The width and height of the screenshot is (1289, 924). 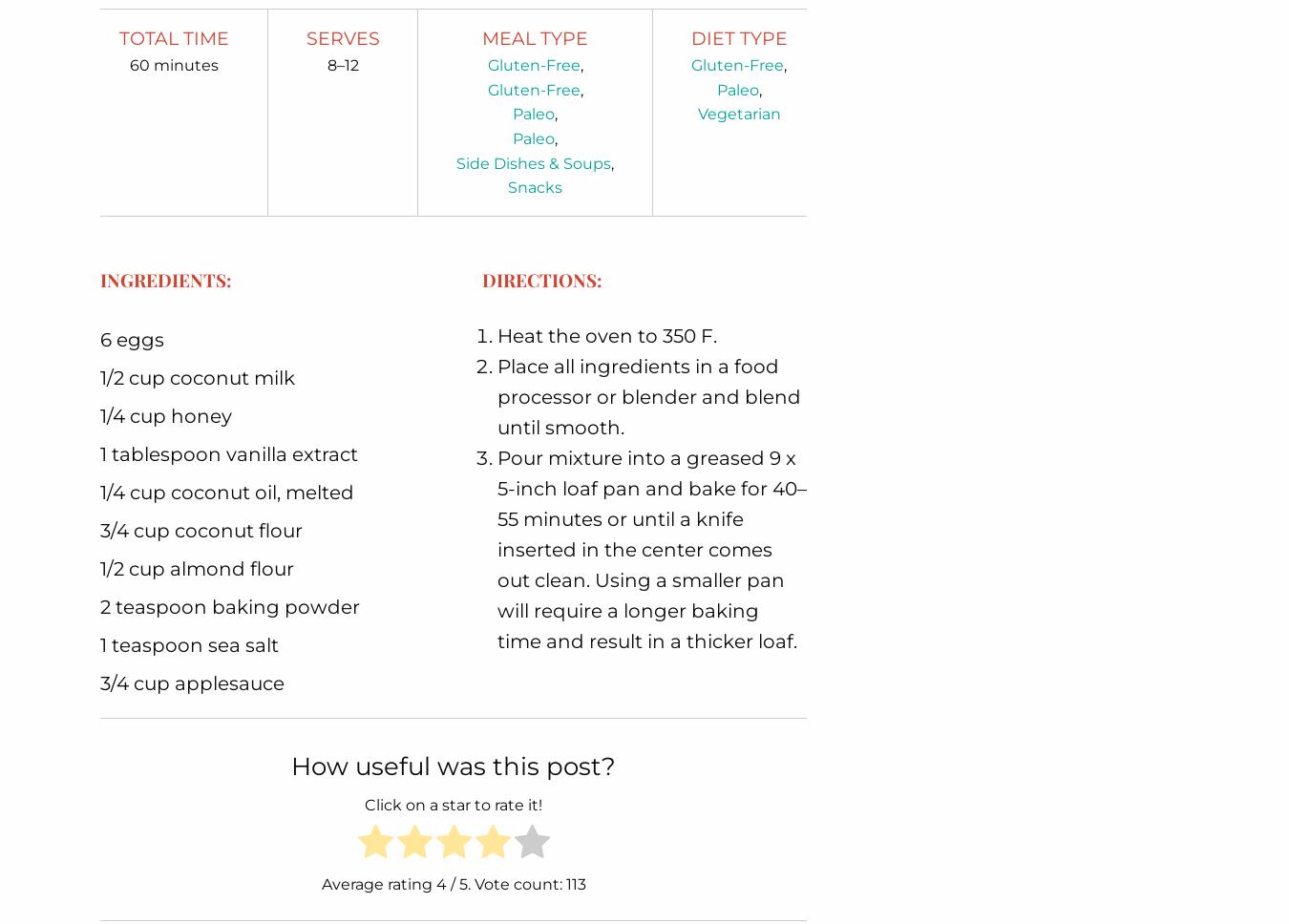 What do you see at coordinates (342, 37) in the screenshot?
I see `'Serves'` at bounding box center [342, 37].